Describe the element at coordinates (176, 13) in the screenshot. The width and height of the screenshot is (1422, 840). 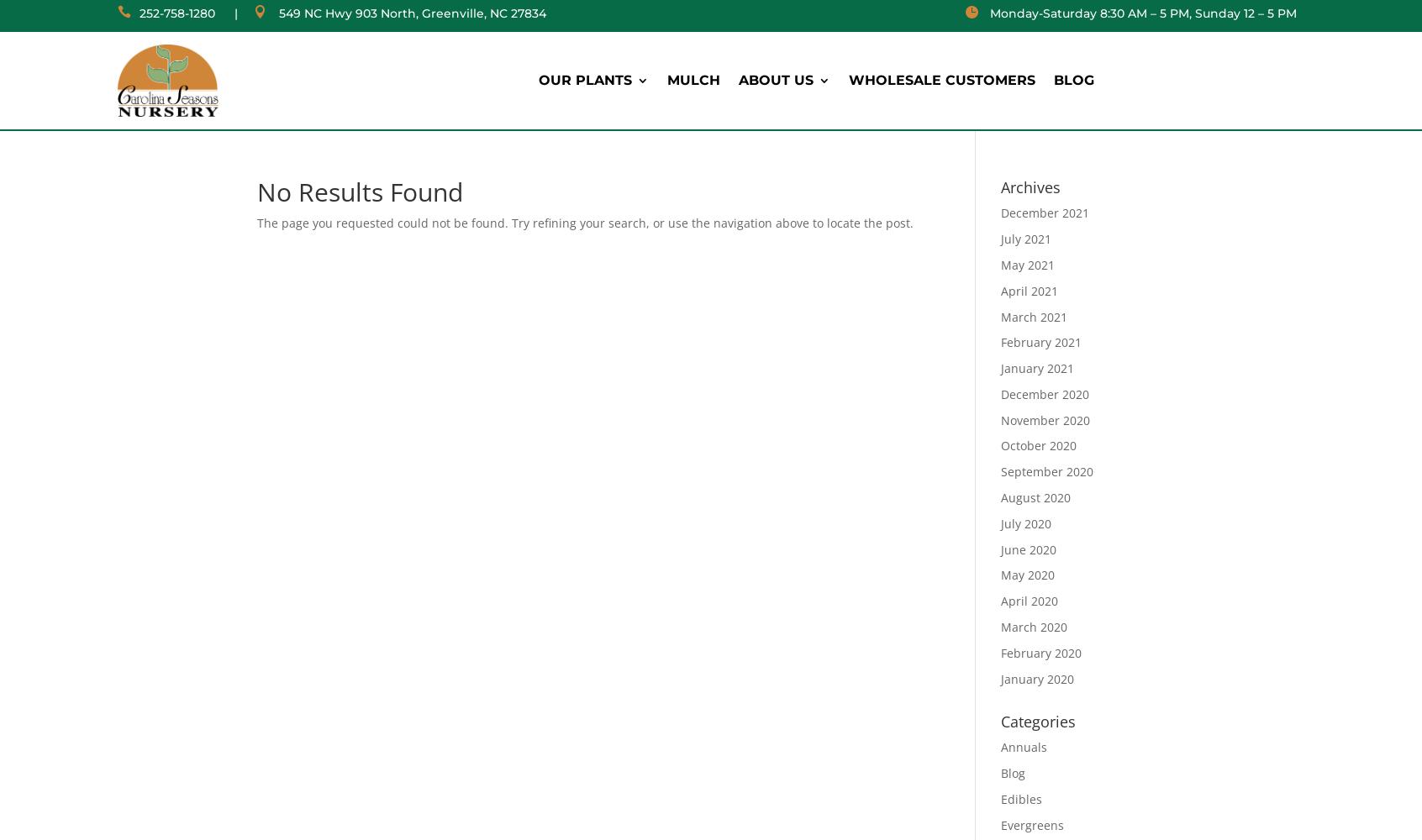
I see `'252-758-1280'` at that location.